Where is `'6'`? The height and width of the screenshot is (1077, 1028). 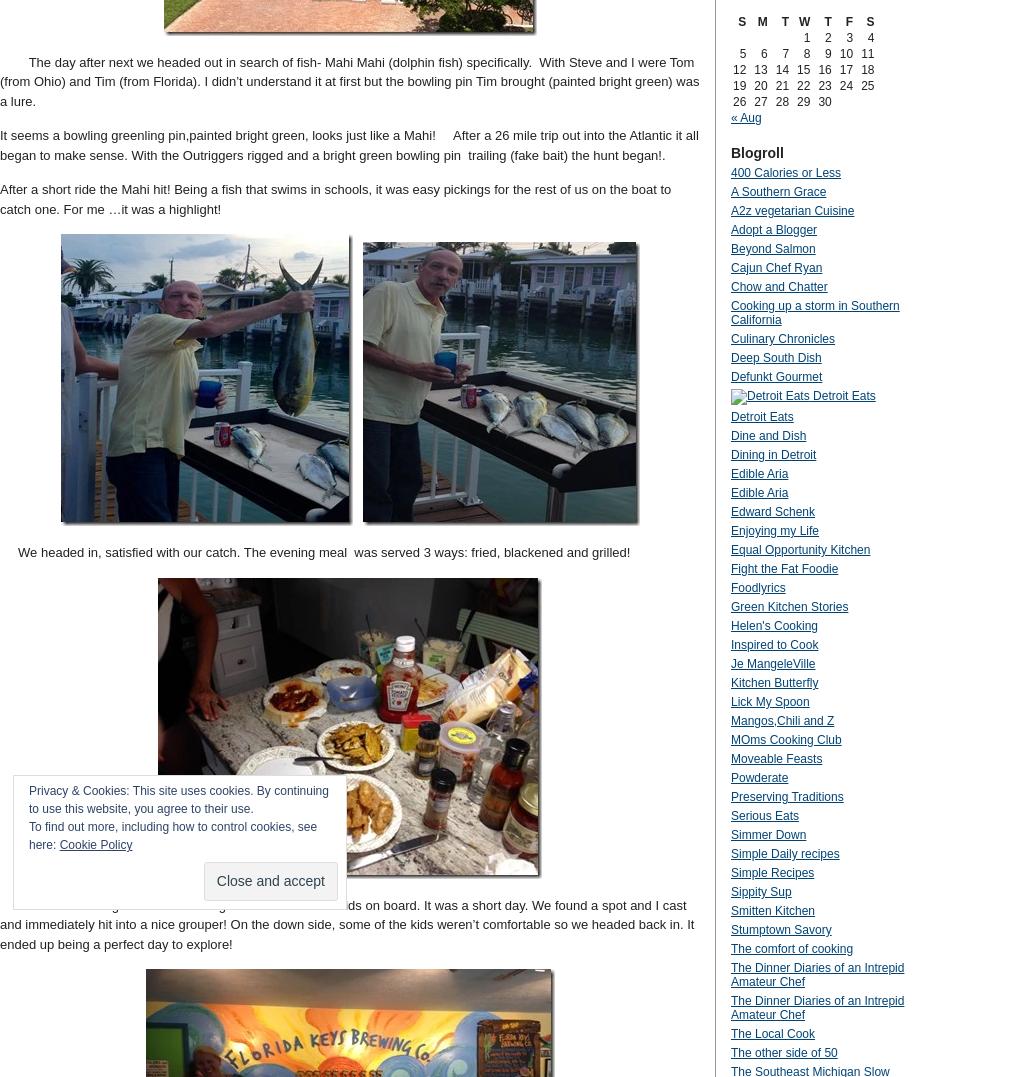 '6' is located at coordinates (763, 53).